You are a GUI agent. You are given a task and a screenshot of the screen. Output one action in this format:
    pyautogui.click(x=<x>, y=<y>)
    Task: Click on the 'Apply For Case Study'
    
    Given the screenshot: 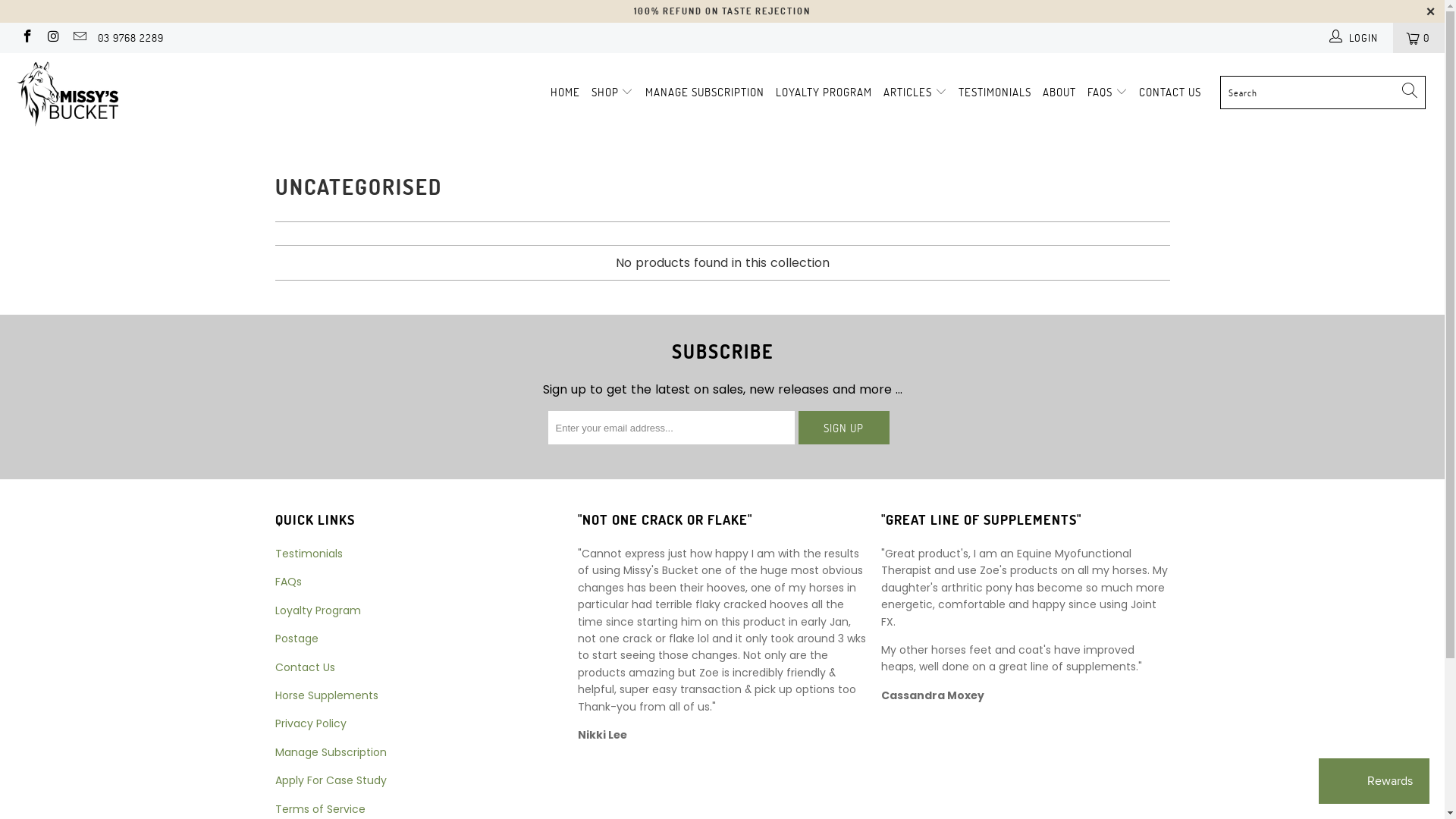 What is the action you would take?
    pyautogui.click(x=274, y=780)
    